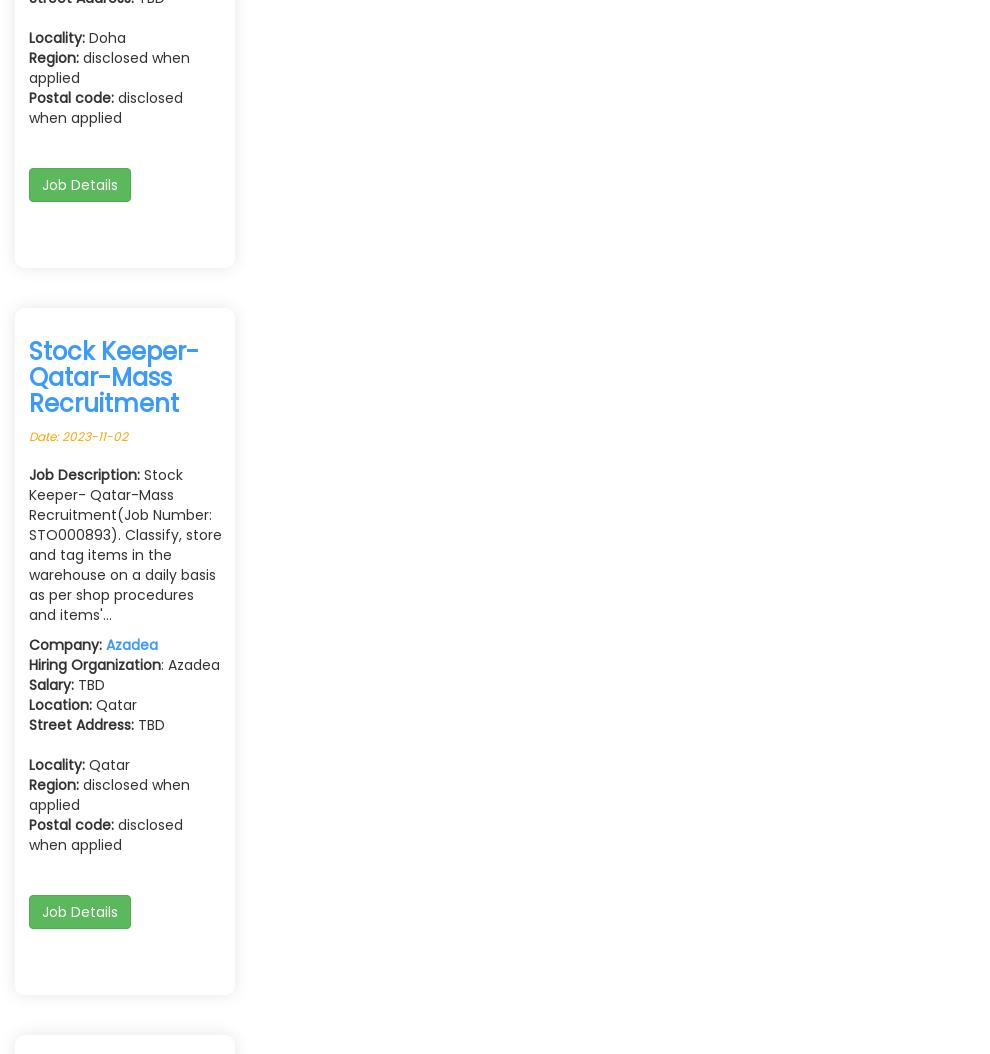  I want to click on 'Hiring Organization', so click(95, 664).